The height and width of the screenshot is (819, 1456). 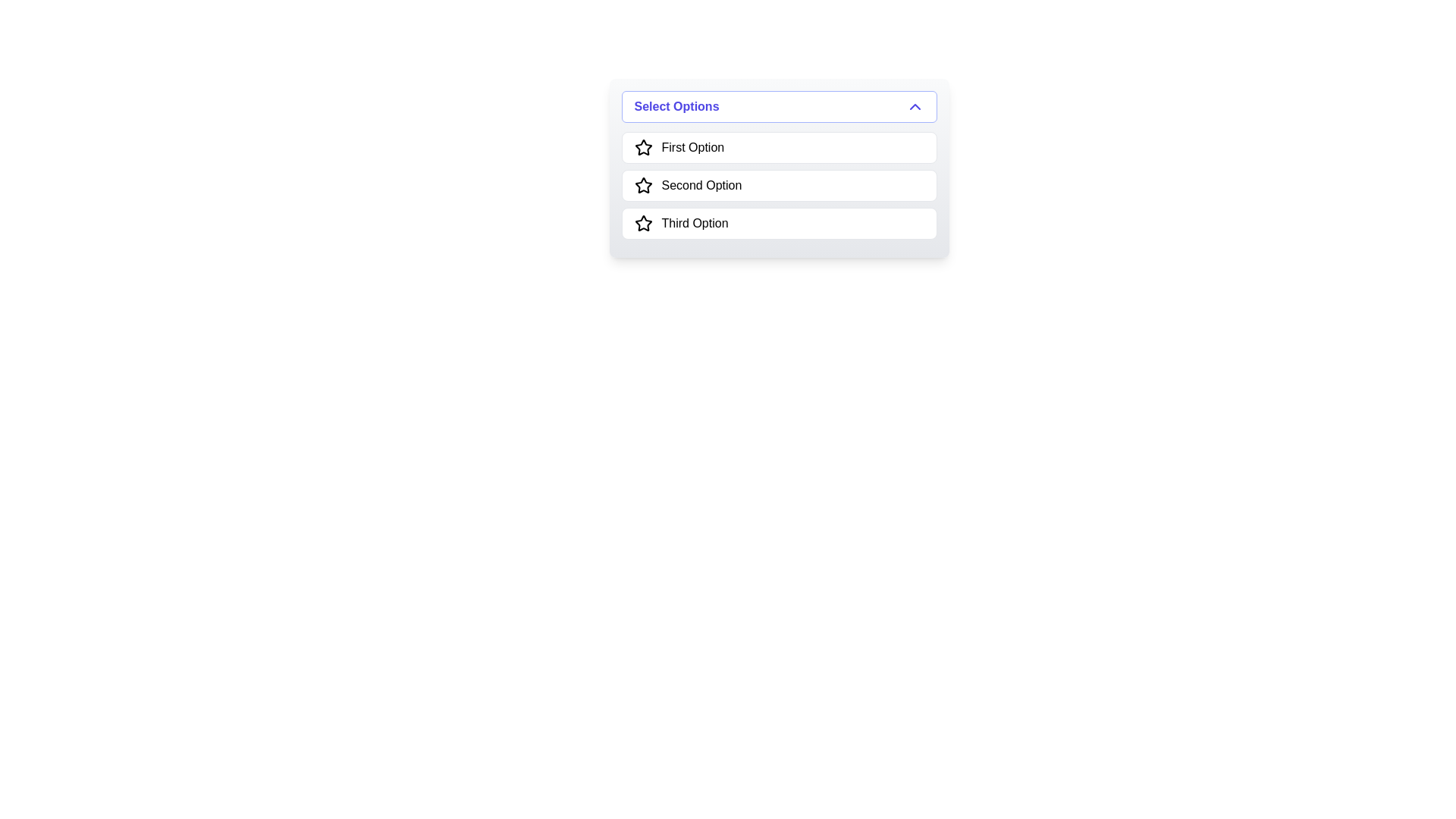 What do you see at coordinates (680, 223) in the screenshot?
I see `the third option in the selectable list item within the dropdown menu` at bounding box center [680, 223].